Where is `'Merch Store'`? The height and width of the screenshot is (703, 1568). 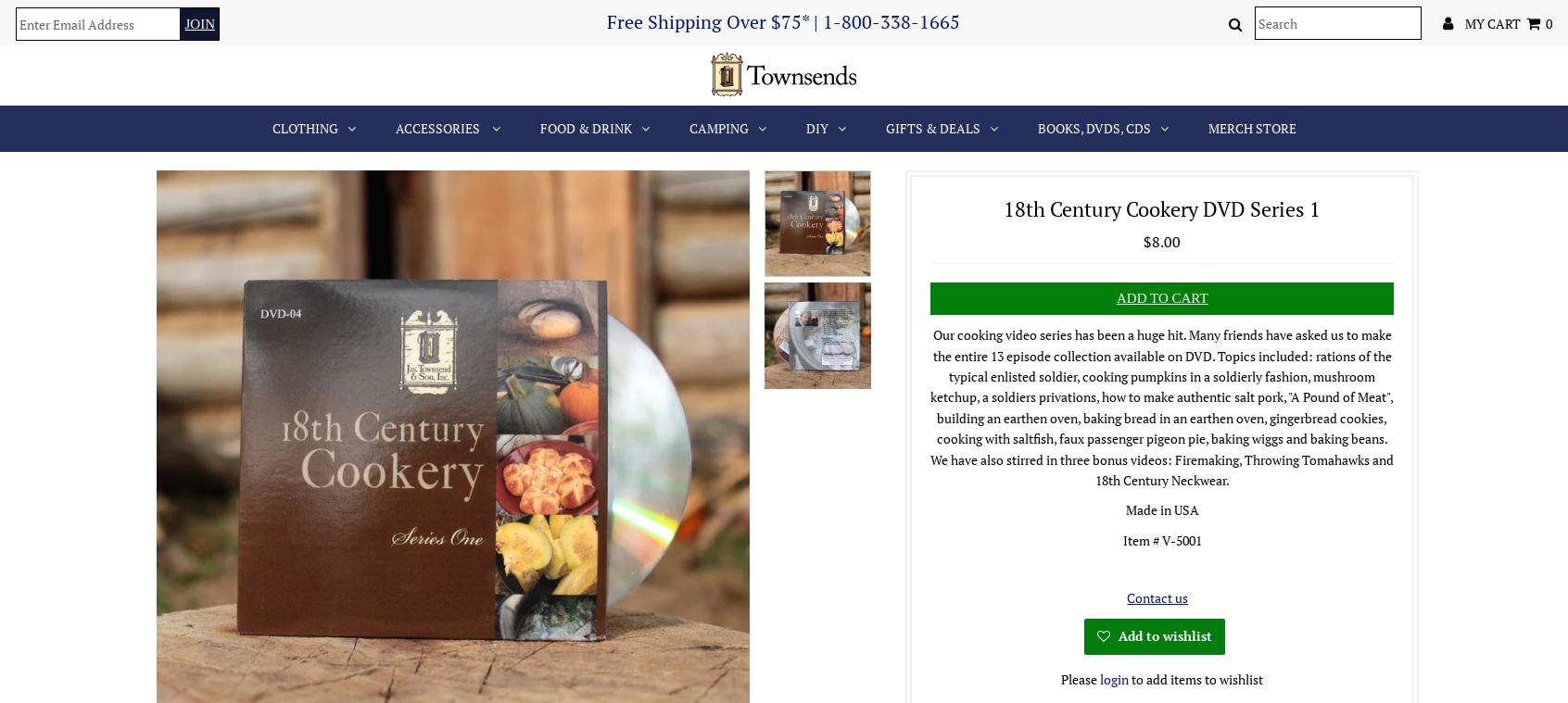 'Merch Store' is located at coordinates (1251, 127).